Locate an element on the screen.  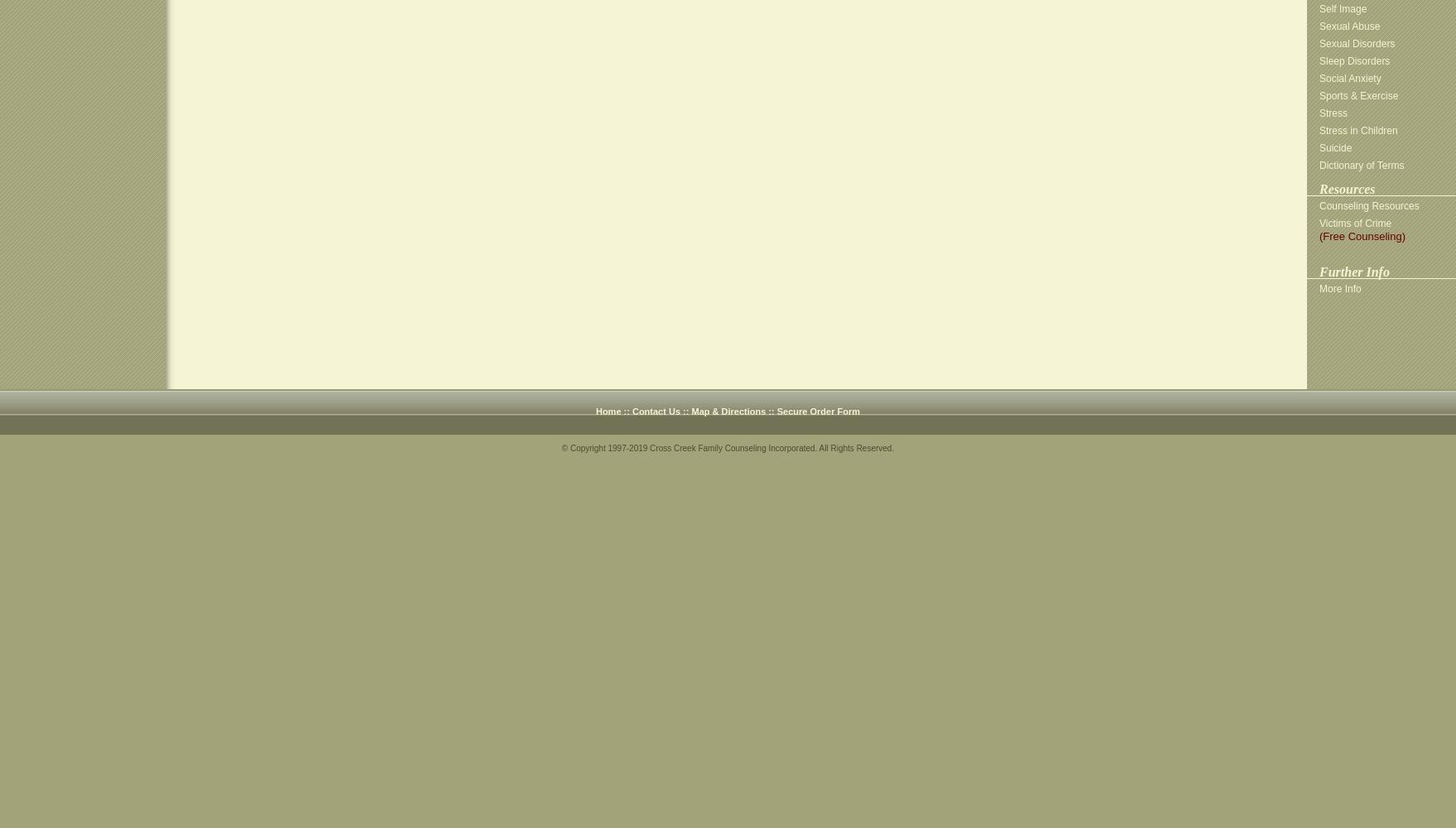
'Stress' is located at coordinates (1333, 113).